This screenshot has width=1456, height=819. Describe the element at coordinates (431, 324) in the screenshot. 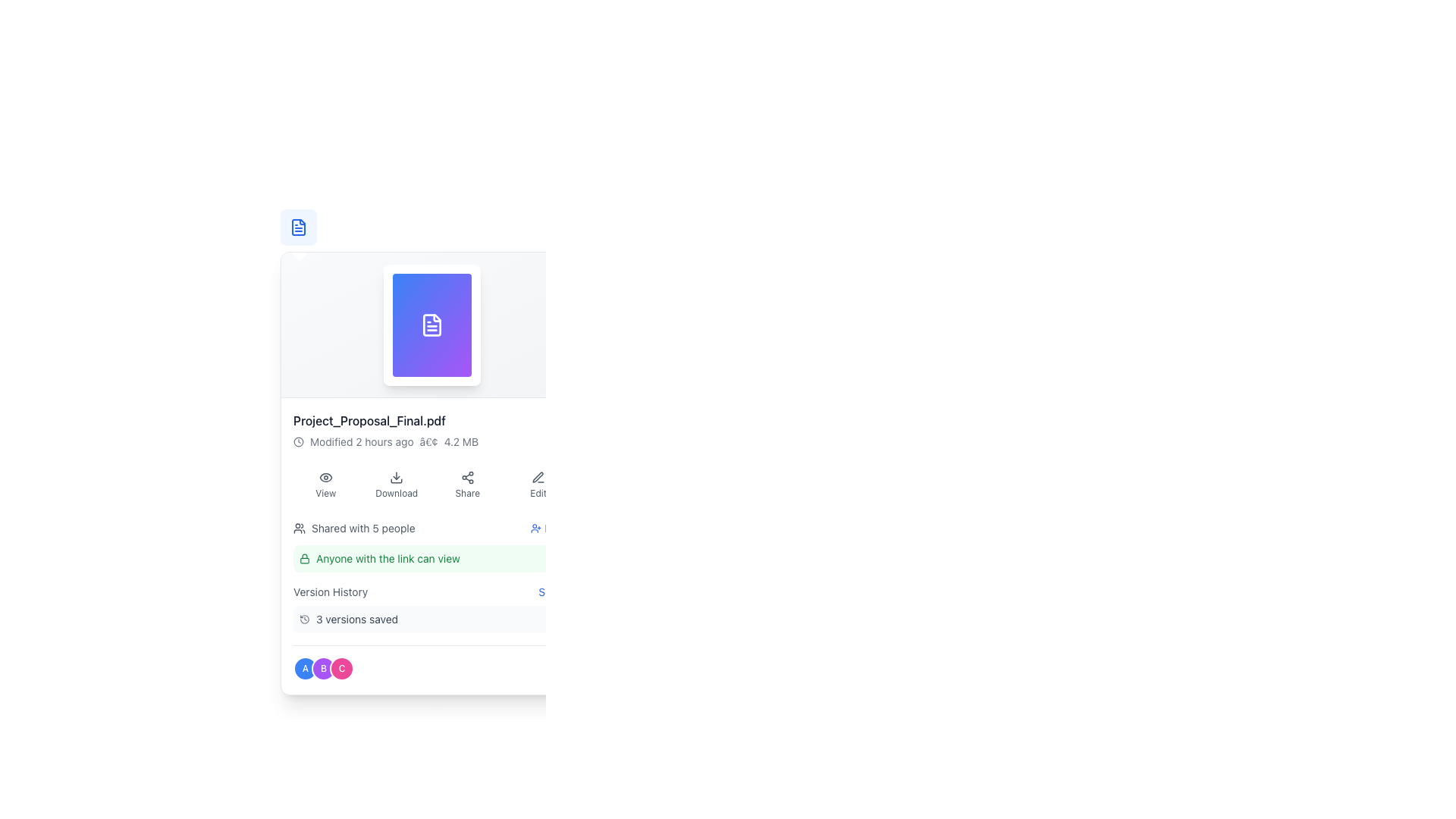

I see `the graphical representation icon within the button-like card` at that location.